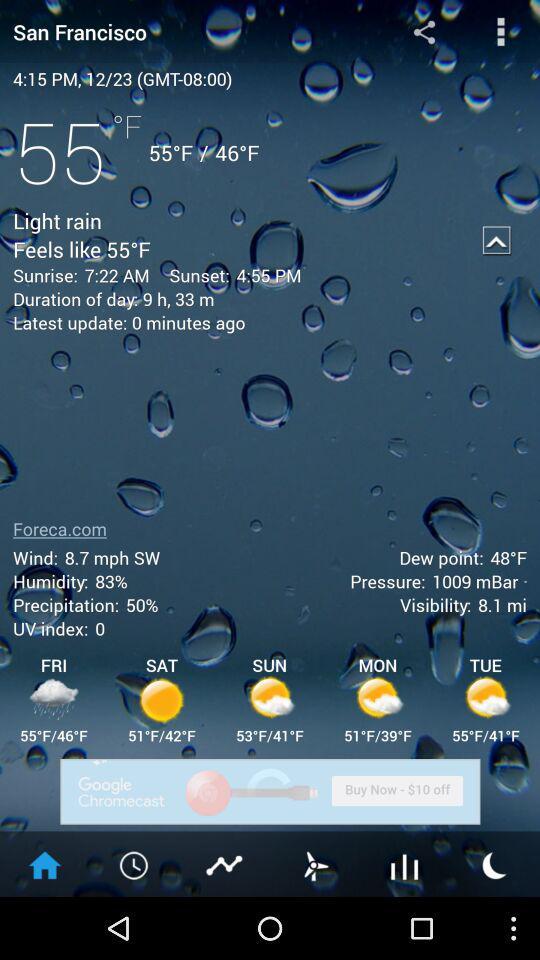 The width and height of the screenshot is (540, 960). Describe the element at coordinates (500, 30) in the screenshot. I see `hamburger button for options` at that location.